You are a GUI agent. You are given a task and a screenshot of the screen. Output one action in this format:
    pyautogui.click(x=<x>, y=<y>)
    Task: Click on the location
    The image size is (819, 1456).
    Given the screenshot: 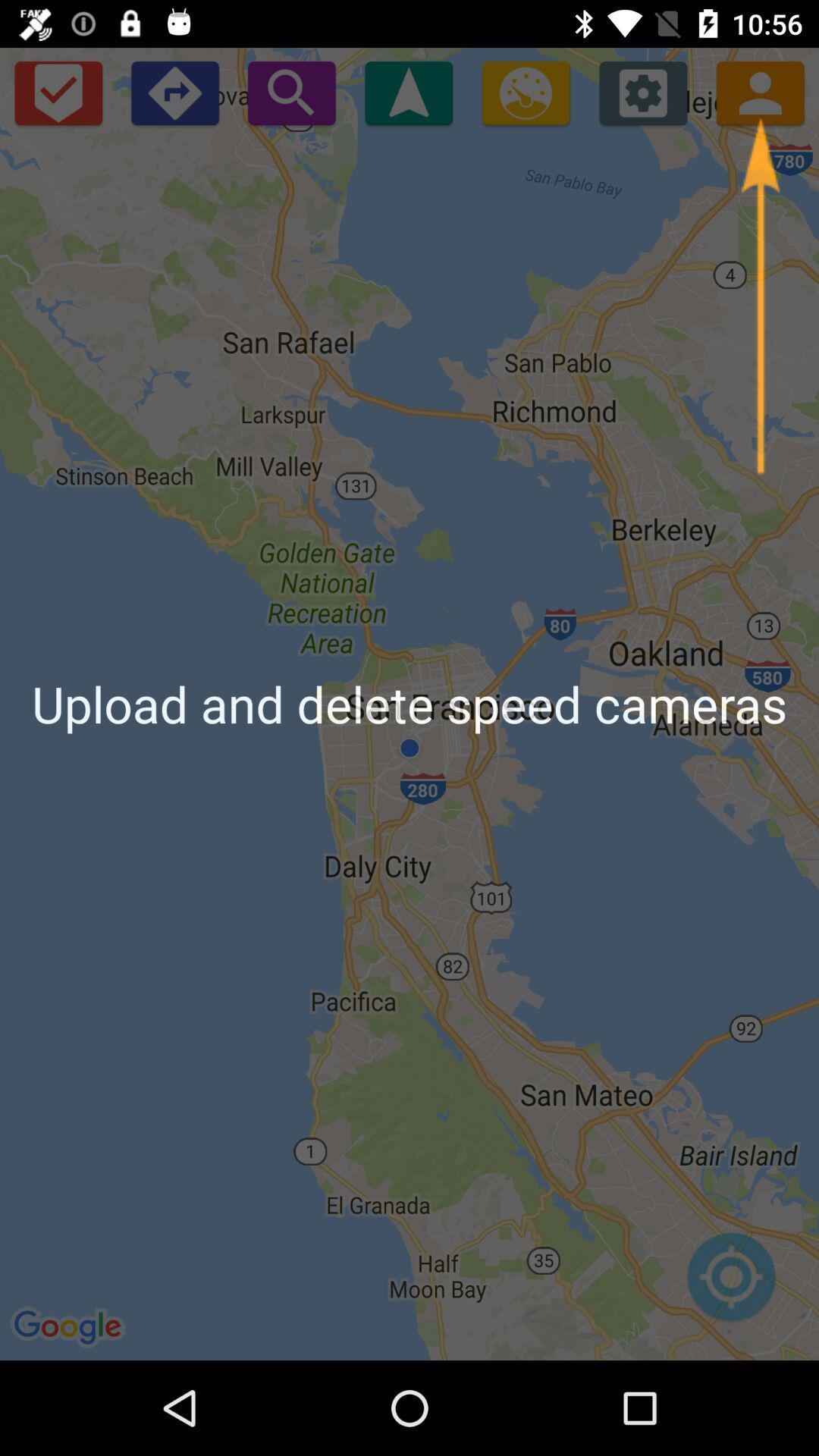 What is the action you would take?
    pyautogui.click(x=730, y=1284)
    